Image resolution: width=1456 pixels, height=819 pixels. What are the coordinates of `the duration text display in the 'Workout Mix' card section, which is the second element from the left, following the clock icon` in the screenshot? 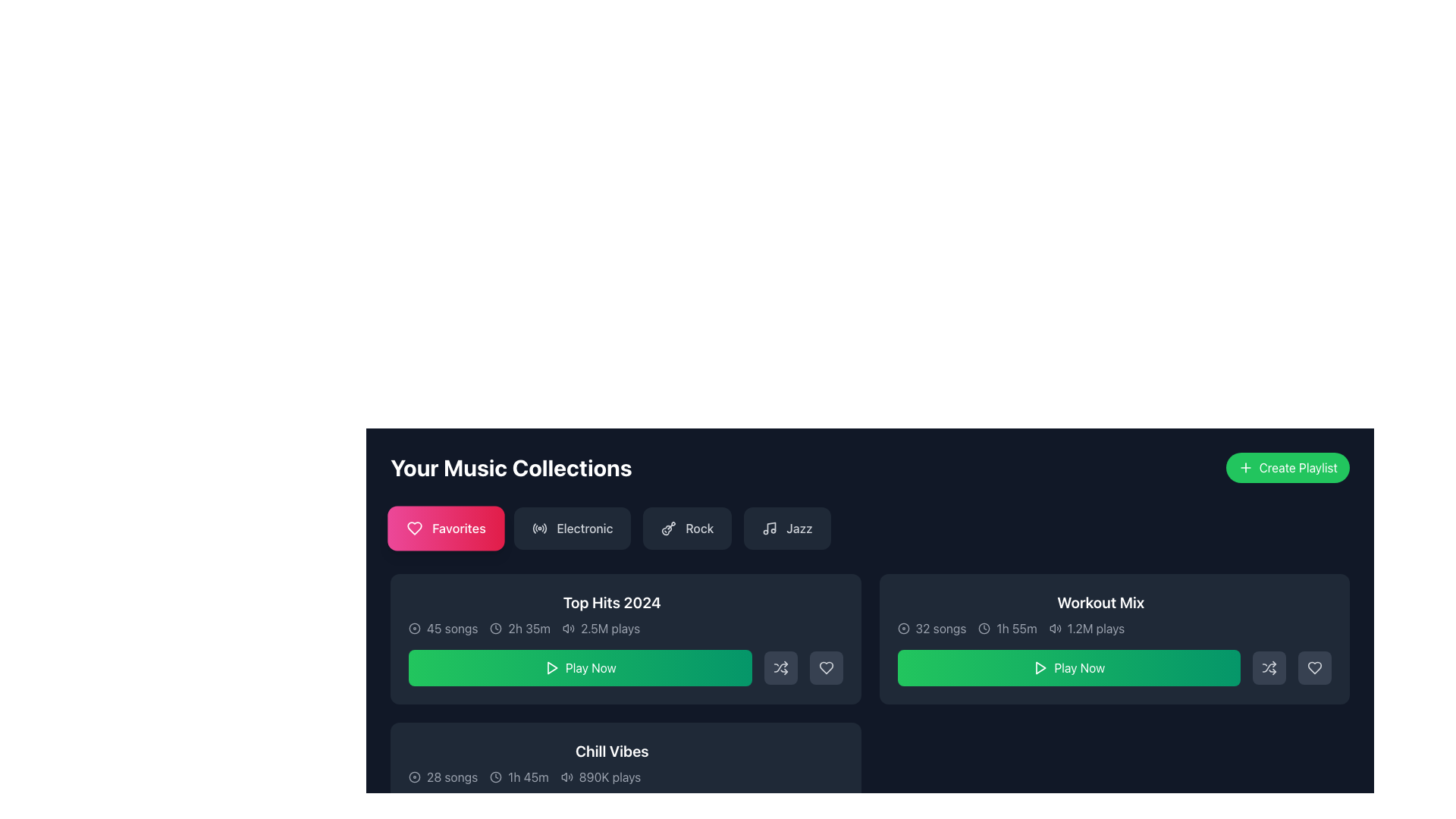 It's located at (1017, 629).